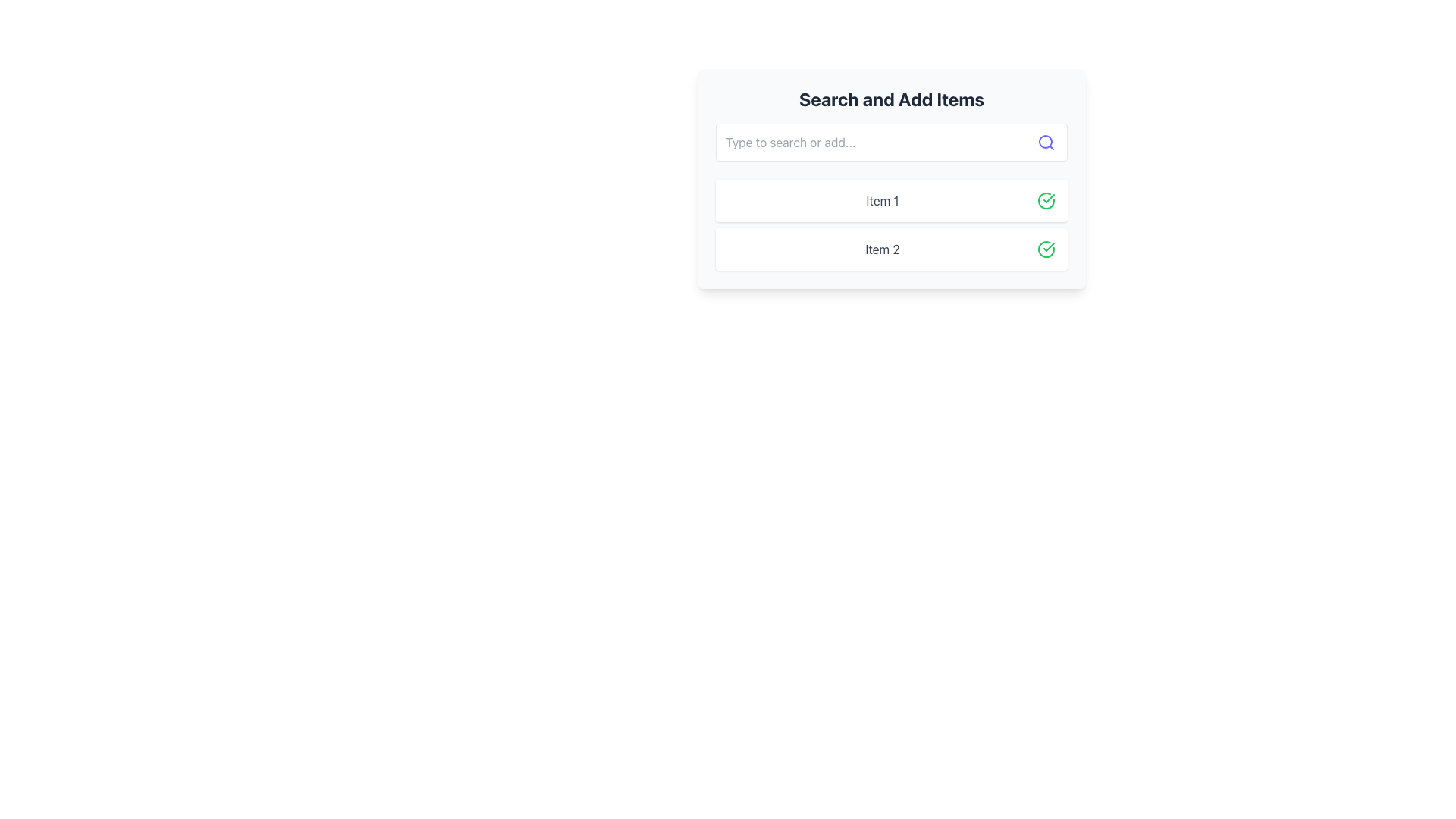 Image resolution: width=1456 pixels, height=819 pixels. I want to click on the first list item labeled 'Item 1' in the 'Search and Add Items' interface, so click(892, 200).